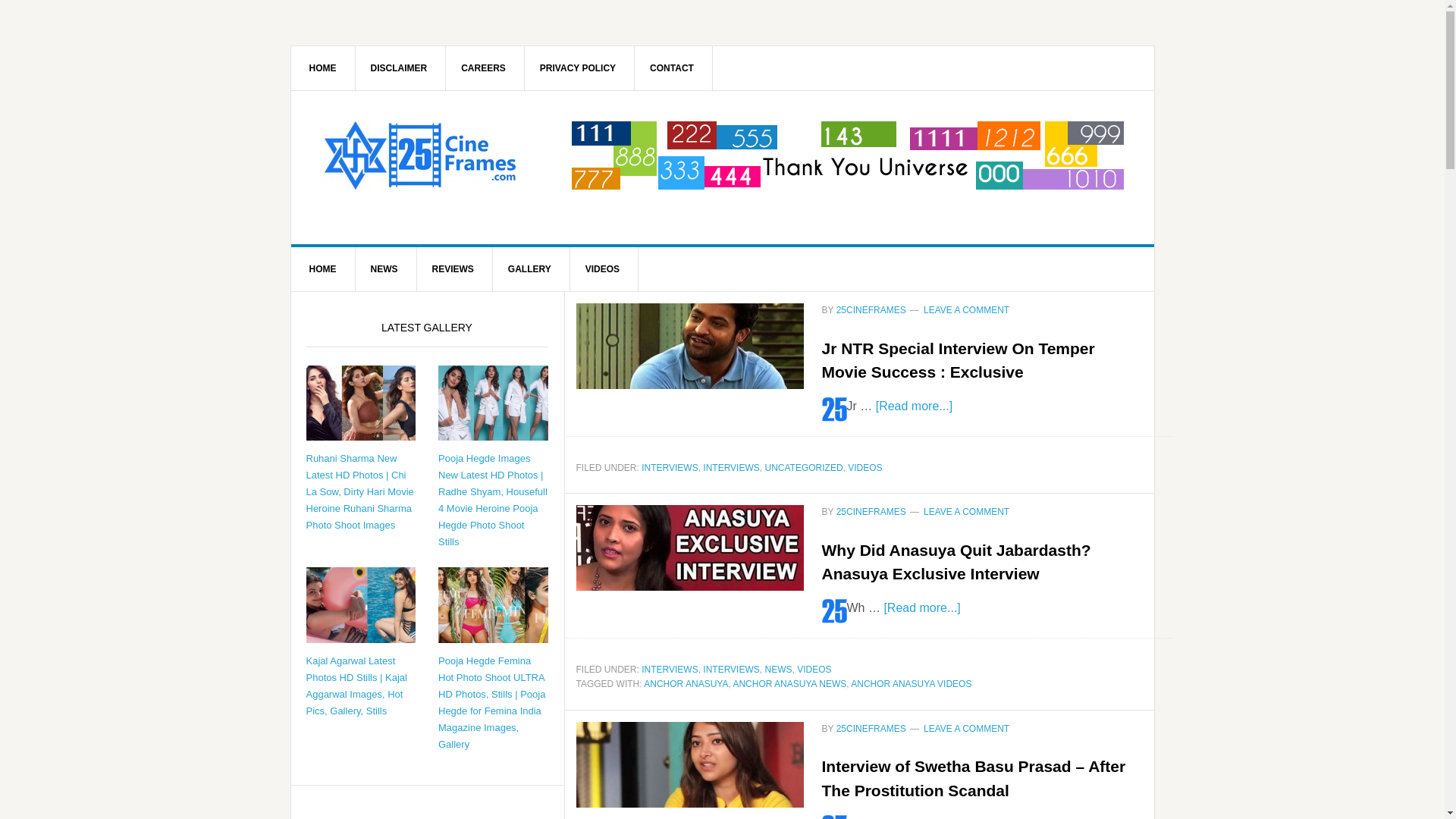  What do you see at coordinates (965, 309) in the screenshot?
I see `'LEAVE A COMMENT'` at bounding box center [965, 309].